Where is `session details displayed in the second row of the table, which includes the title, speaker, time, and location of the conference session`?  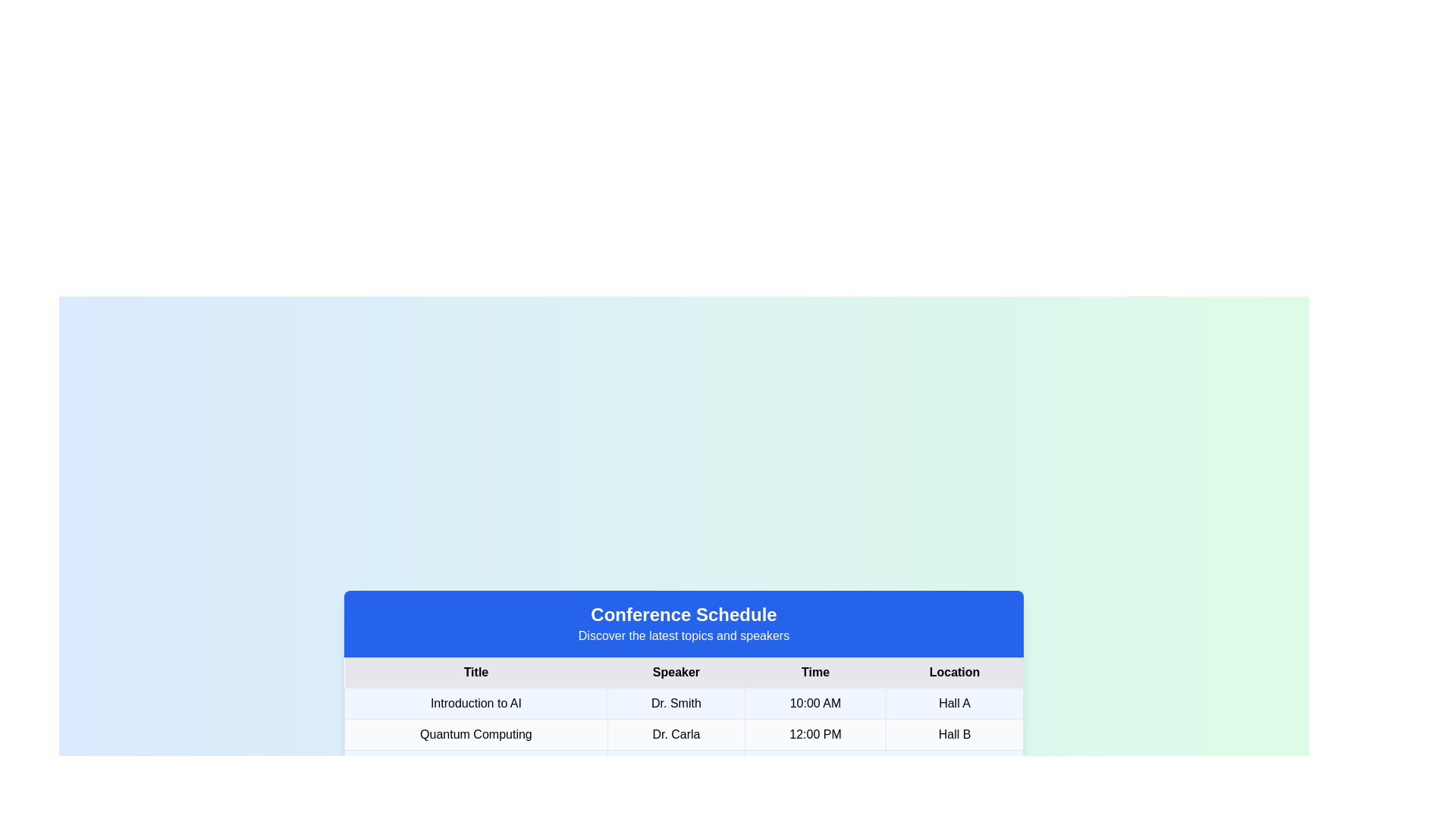
session details displayed in the second row of the table, which includes the title, speaker, time, and location of the conference session is located at coordinates (683, 733).